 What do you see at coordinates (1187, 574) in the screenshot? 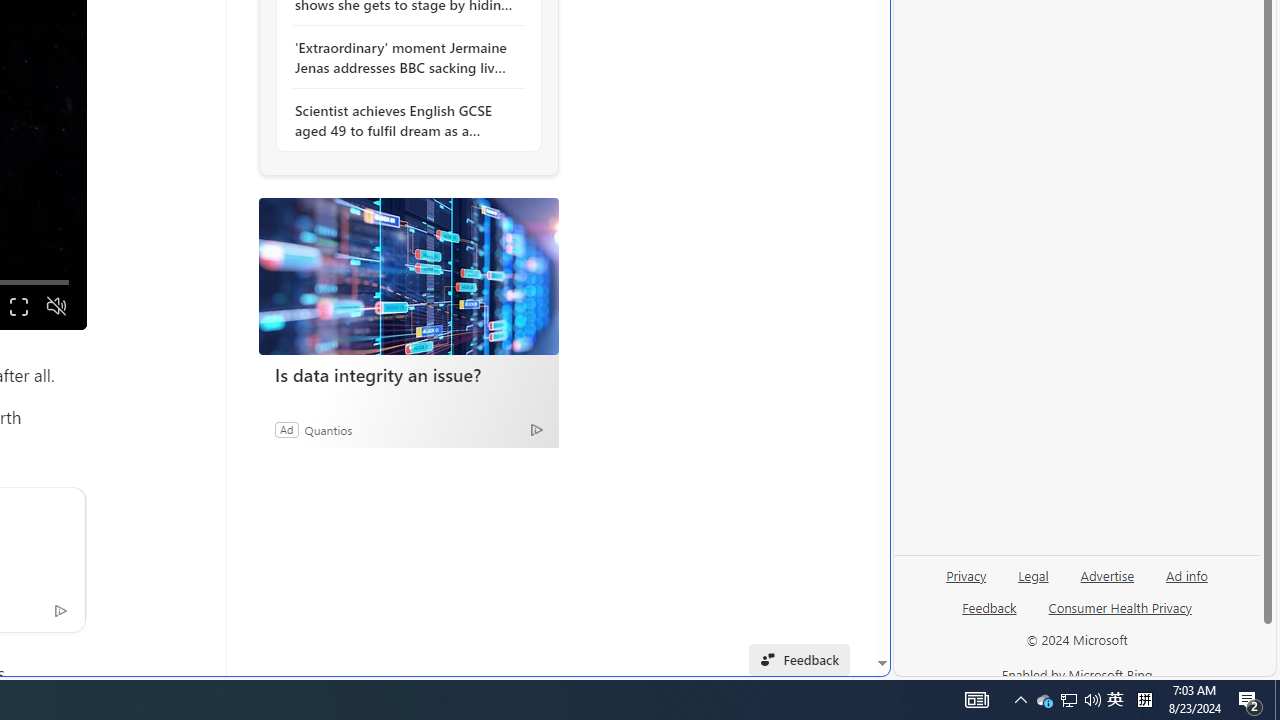
I see `'Ad info'` at bounding box center [1187, 574].